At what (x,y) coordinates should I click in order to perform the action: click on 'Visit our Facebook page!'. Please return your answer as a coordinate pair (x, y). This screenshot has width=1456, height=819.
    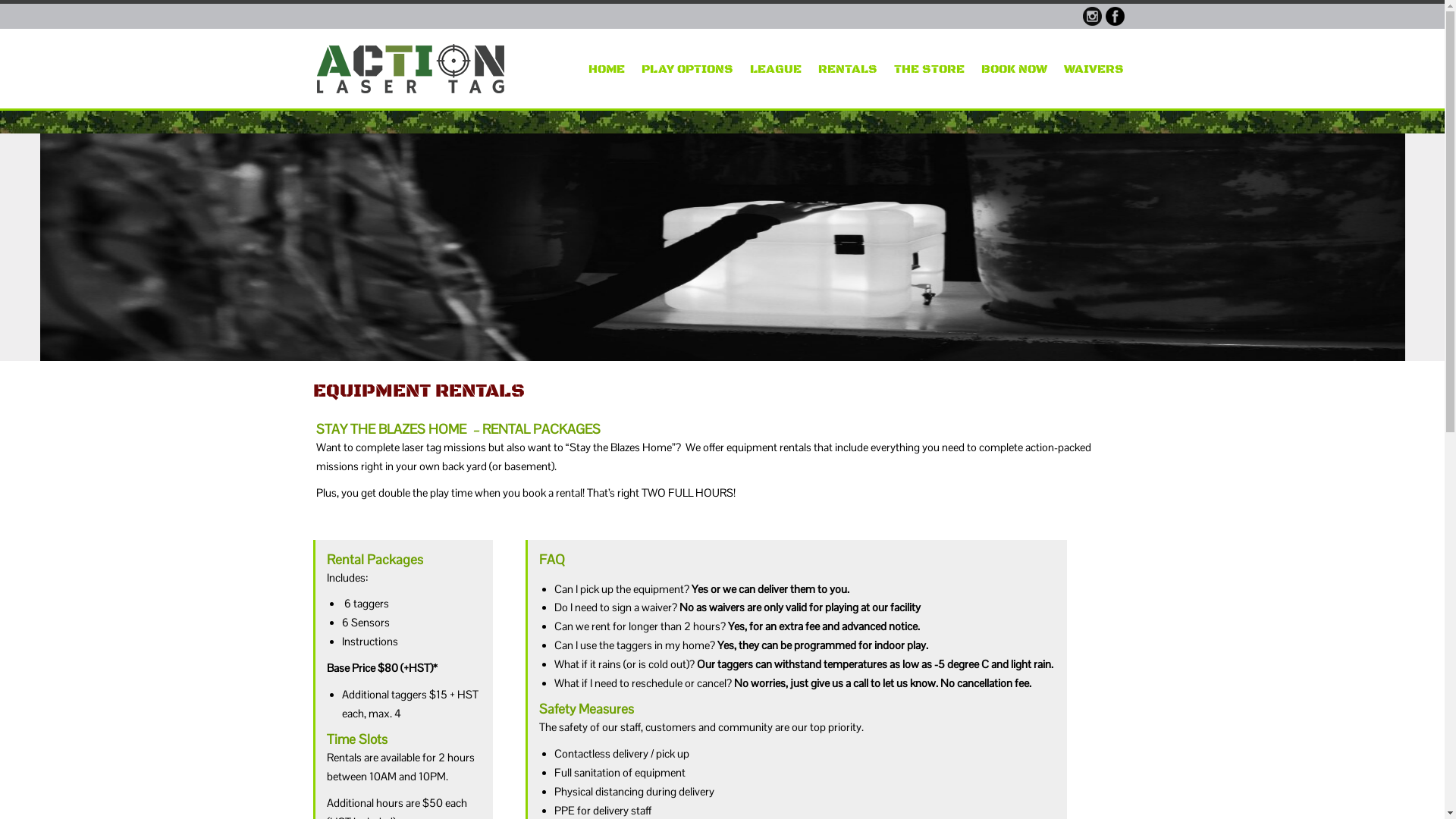
    Looking at the image, I should click on (1115, 16).